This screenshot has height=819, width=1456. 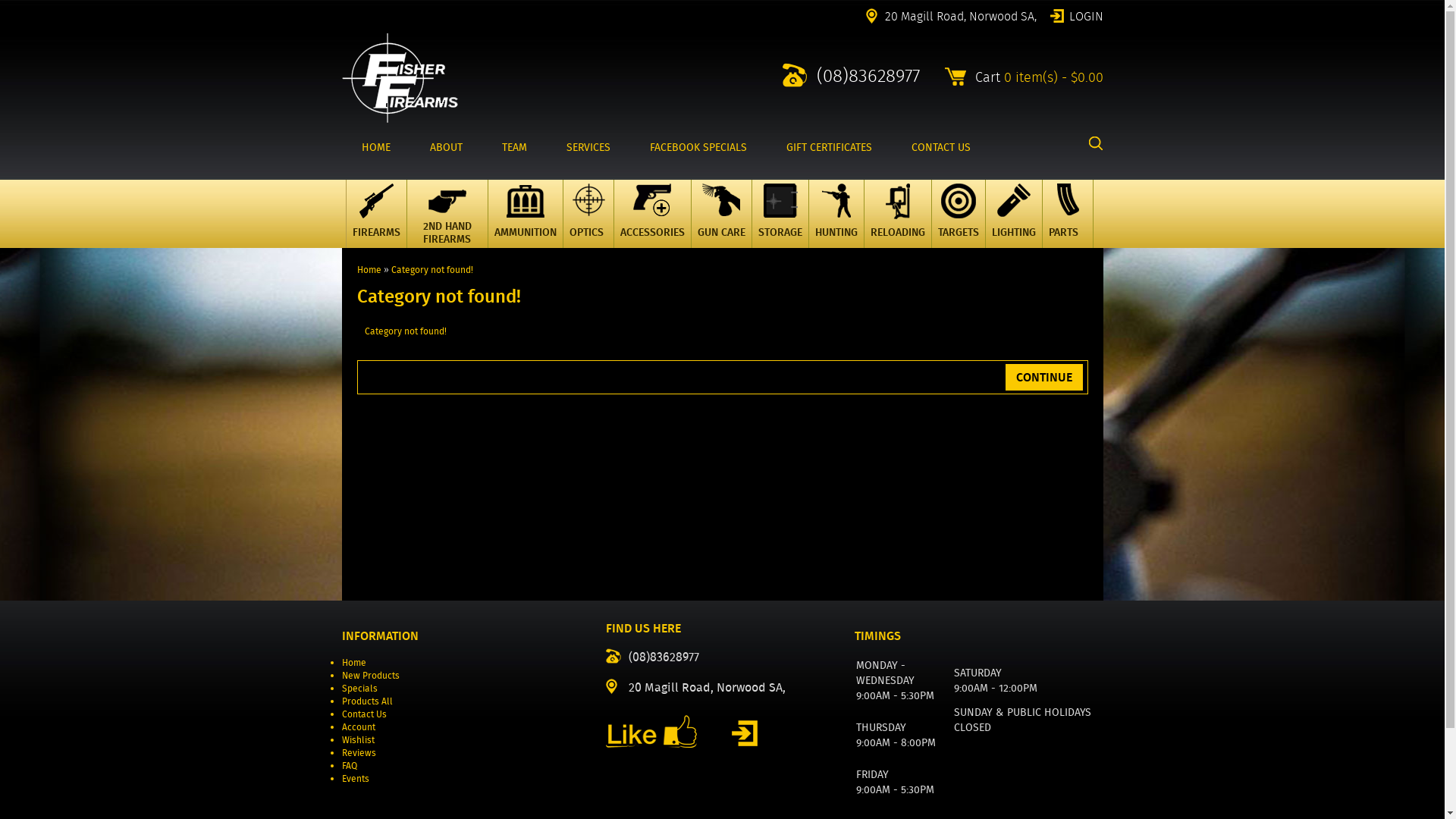 I want to click on 'AMMUNITION', so click(x=524, y=213).